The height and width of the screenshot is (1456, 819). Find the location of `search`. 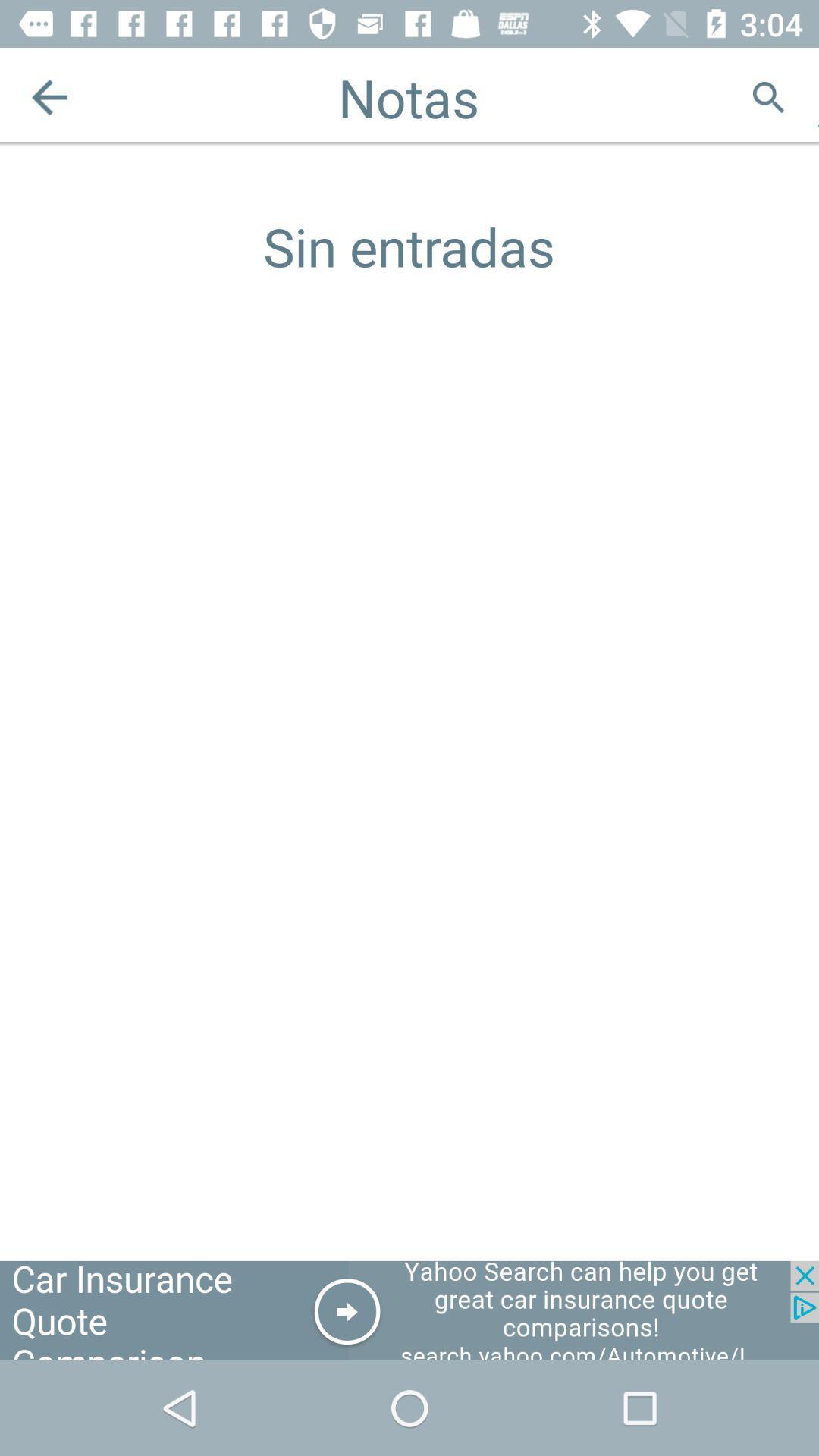

search is located at coordinates (768, 96).